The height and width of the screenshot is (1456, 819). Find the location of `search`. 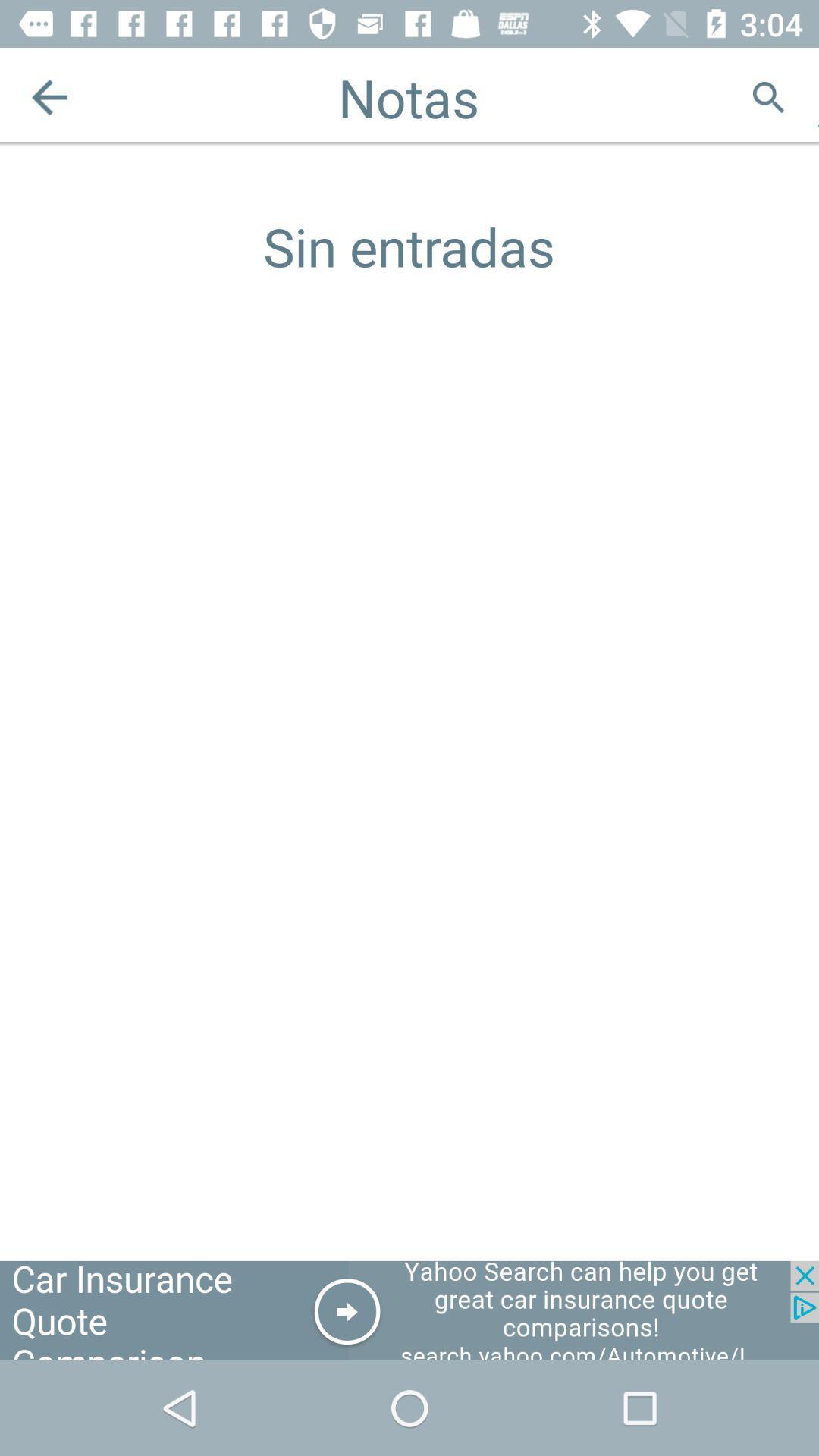

search is located at coordinates (768, 96).